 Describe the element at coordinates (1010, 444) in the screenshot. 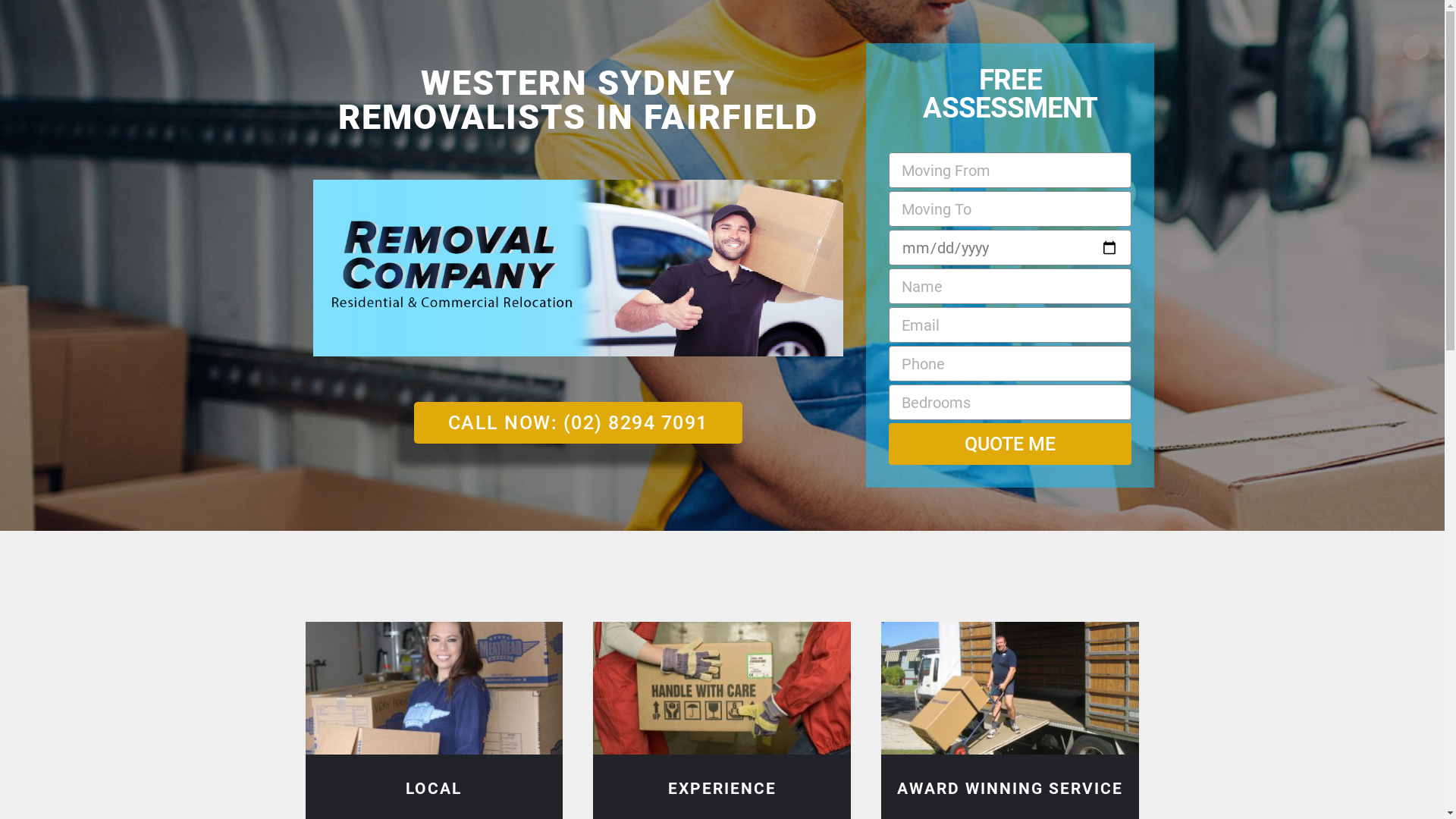

I see `'QUOTE ME'` at that location.